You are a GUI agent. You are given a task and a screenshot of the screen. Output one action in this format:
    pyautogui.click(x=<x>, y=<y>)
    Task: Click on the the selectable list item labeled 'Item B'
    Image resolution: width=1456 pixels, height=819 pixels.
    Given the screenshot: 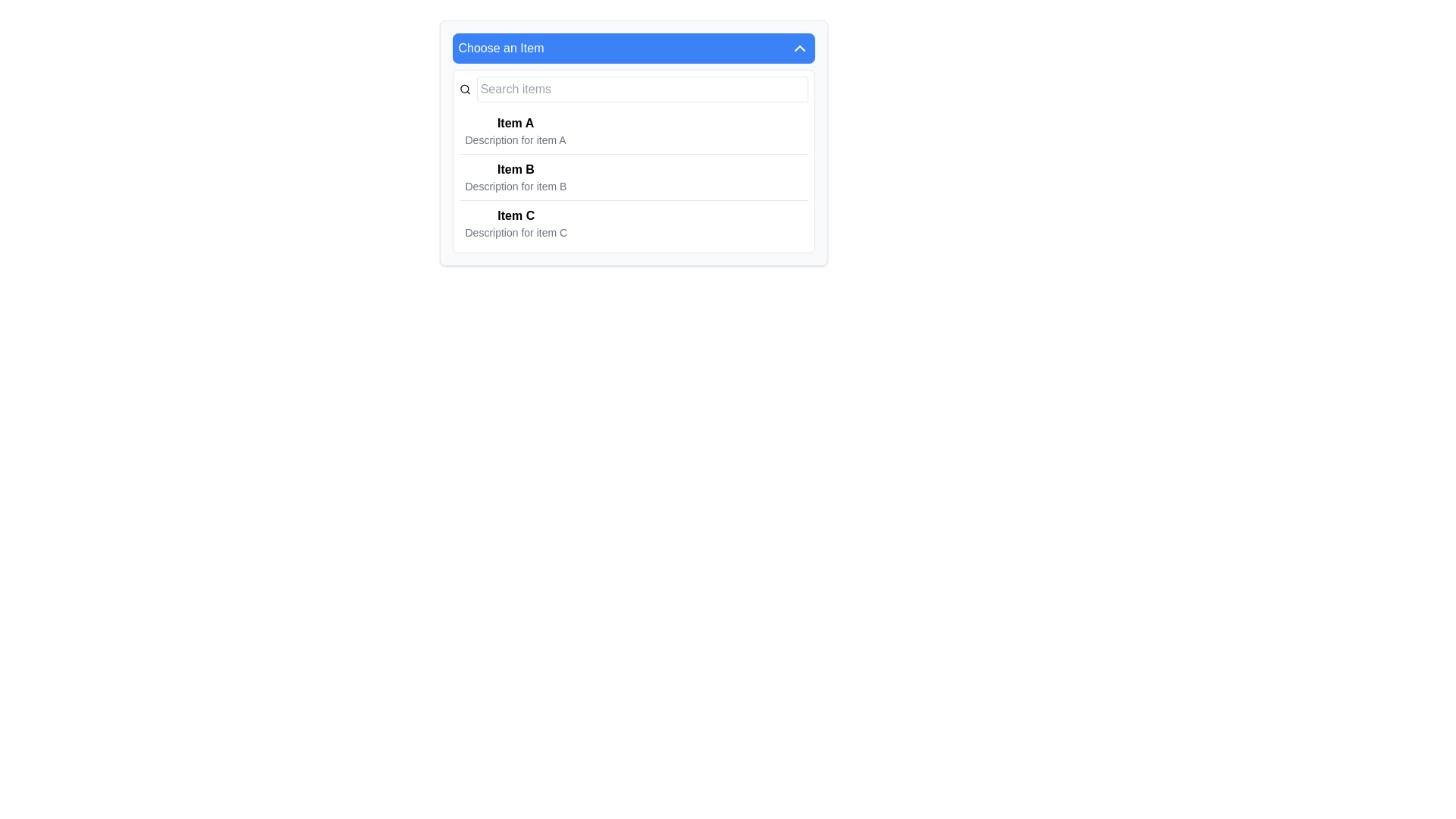 What is the action you would take?
    pyautogui.click(x=516, y=177)
    